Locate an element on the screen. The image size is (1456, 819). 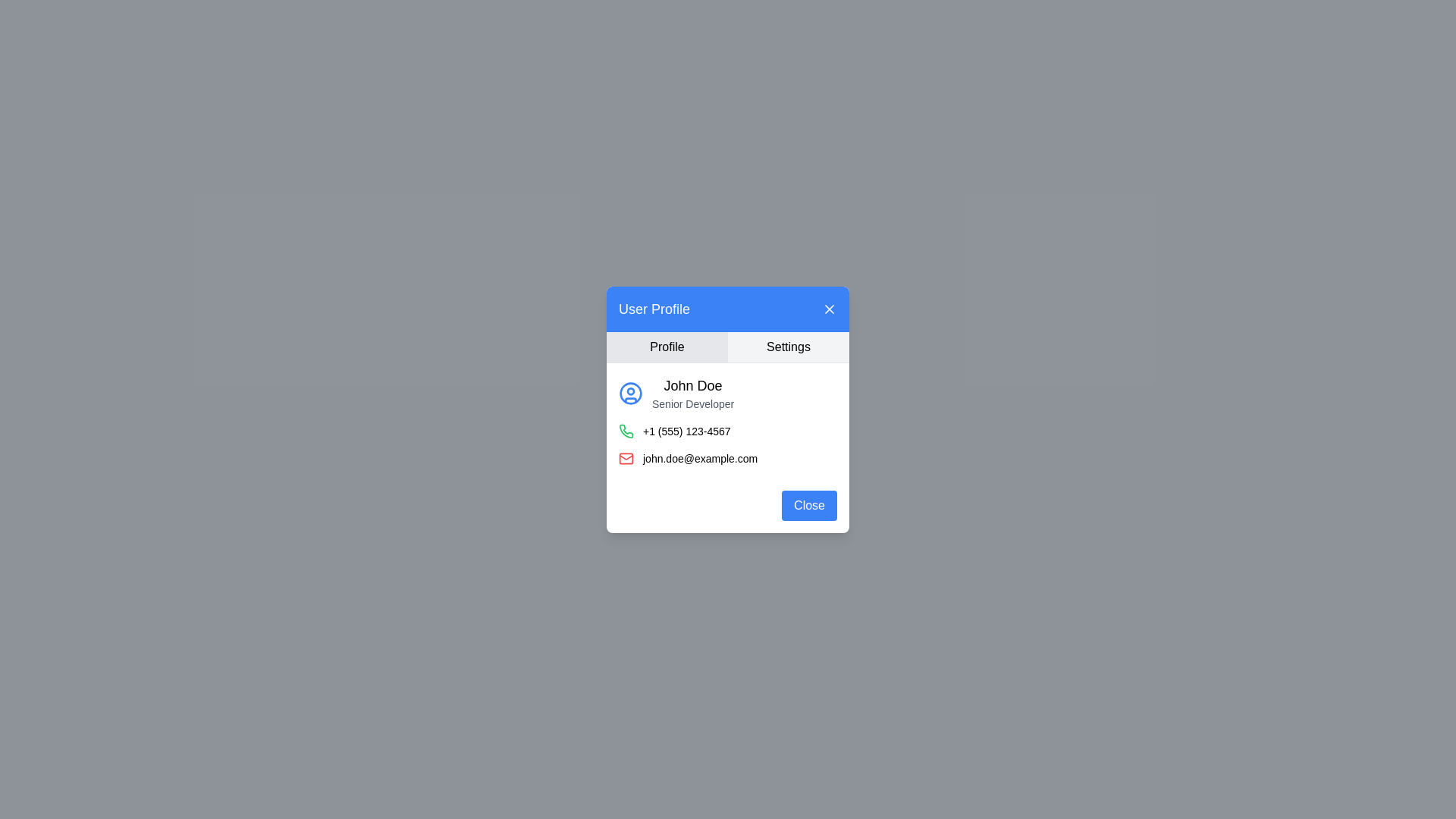
the close button located in the bottom-right corner of the 'User Profile' popup is located at coordinates (808, 505).